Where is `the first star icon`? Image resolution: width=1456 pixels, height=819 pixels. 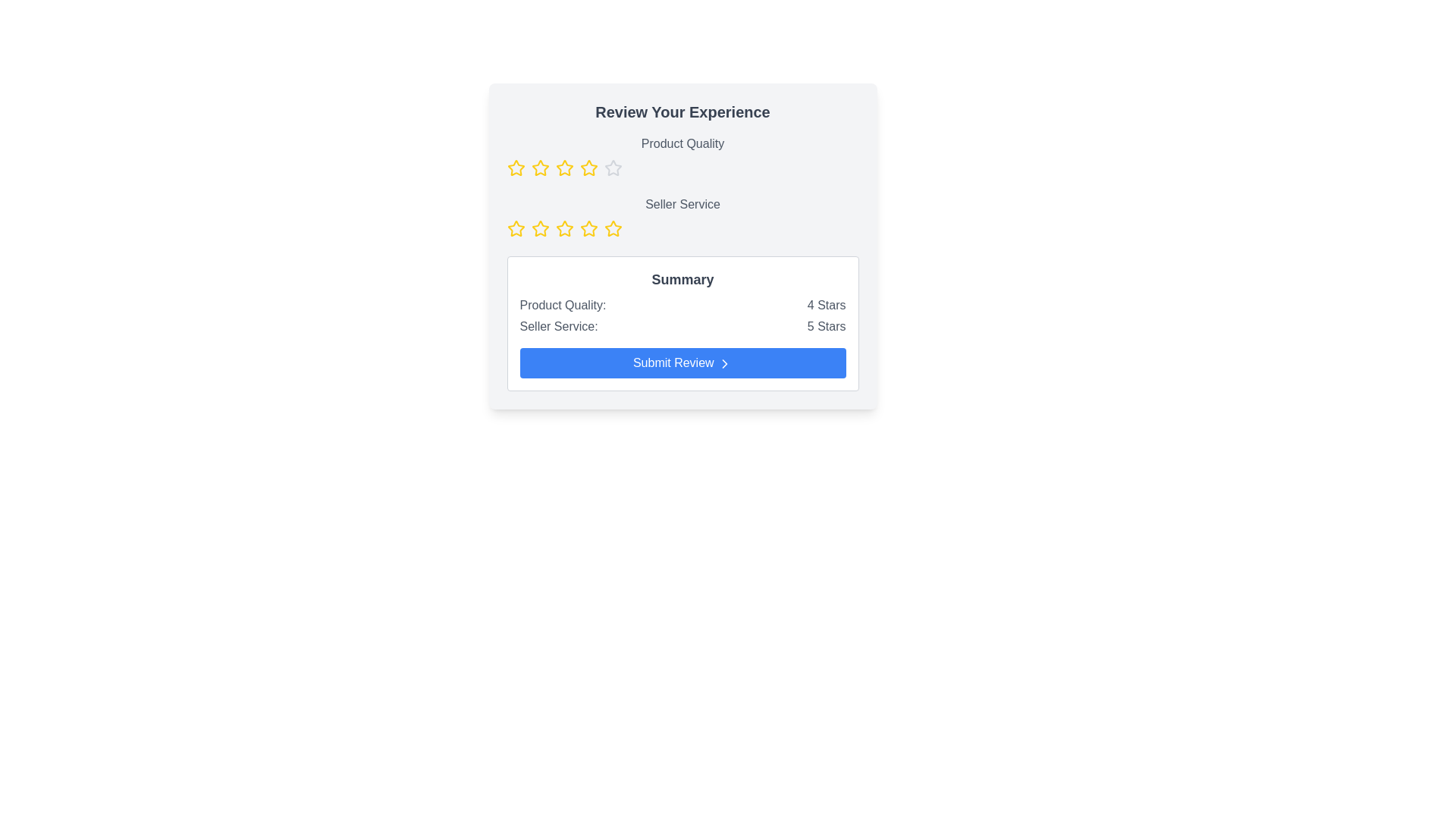
the first star icon is located at coordinates (516, 168).